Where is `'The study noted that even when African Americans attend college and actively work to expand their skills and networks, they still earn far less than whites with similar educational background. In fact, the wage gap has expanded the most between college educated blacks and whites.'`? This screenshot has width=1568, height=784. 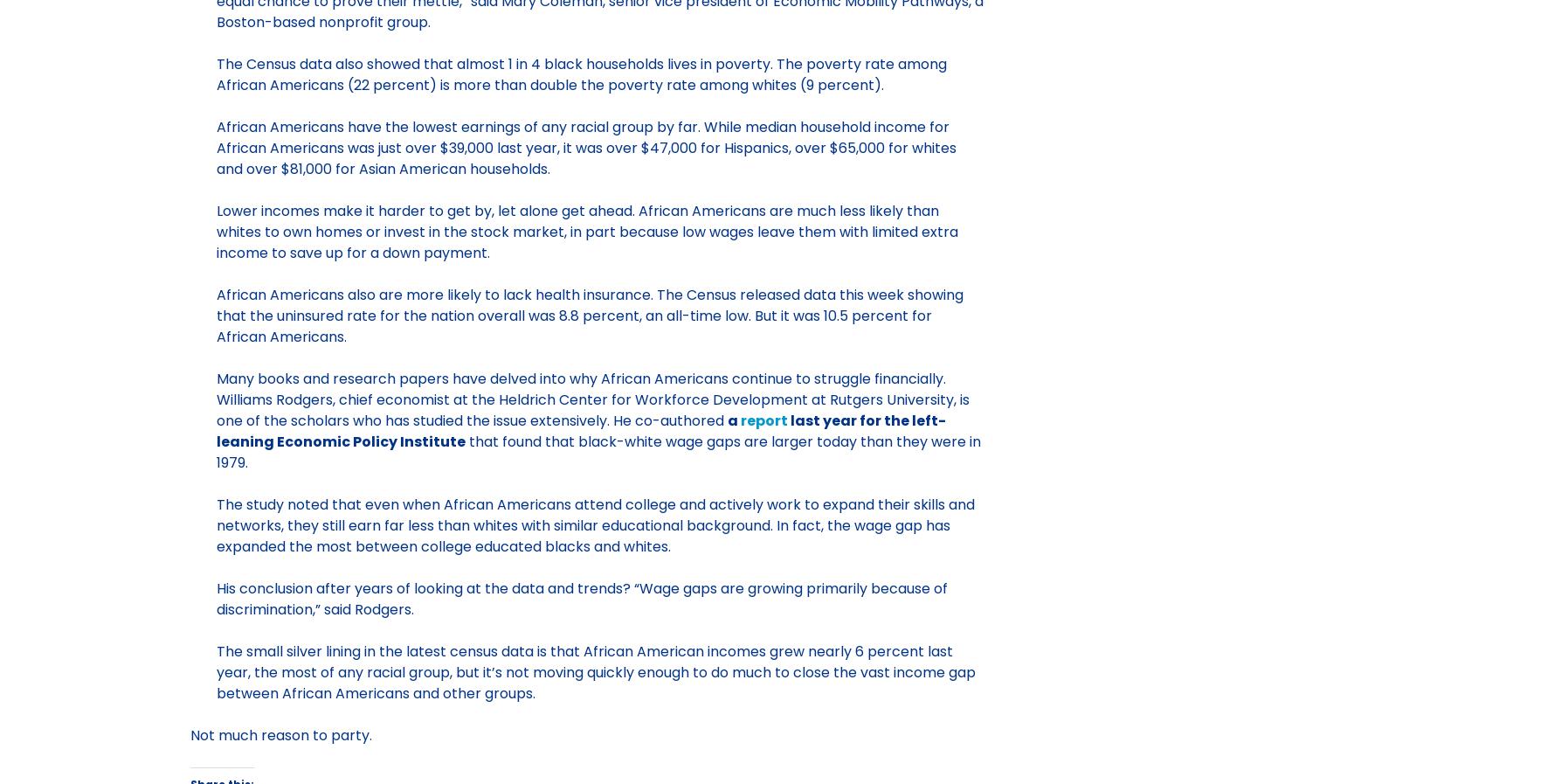 'The study noted that even when African Americans attend college and actively work to expand their skills and networks, they still earn far less than whites with similar educational background. In fact, the wage gap has expanded the most between college educated blacks and whites.' is located at coordinates (594, 524).